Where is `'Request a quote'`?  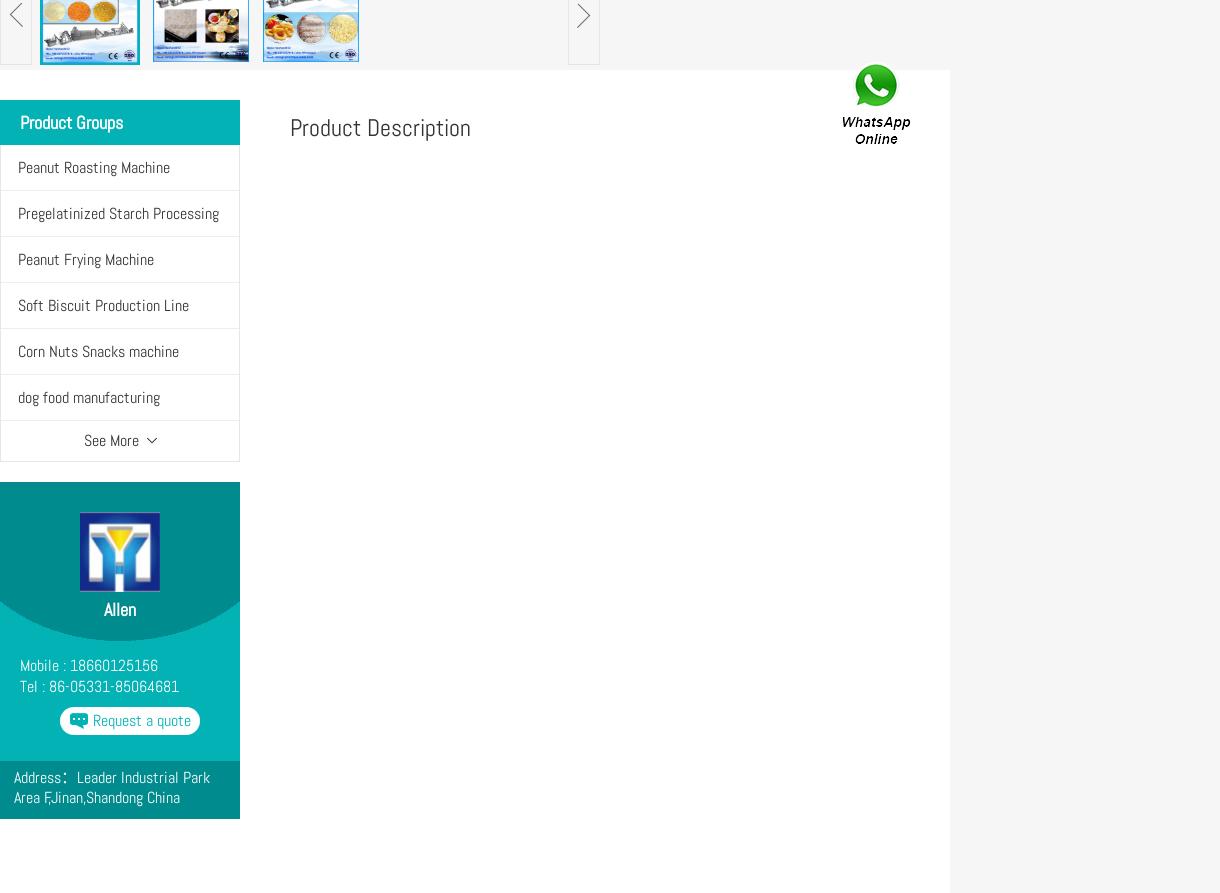
'Request a quote' is located at coordinates (141, 720).